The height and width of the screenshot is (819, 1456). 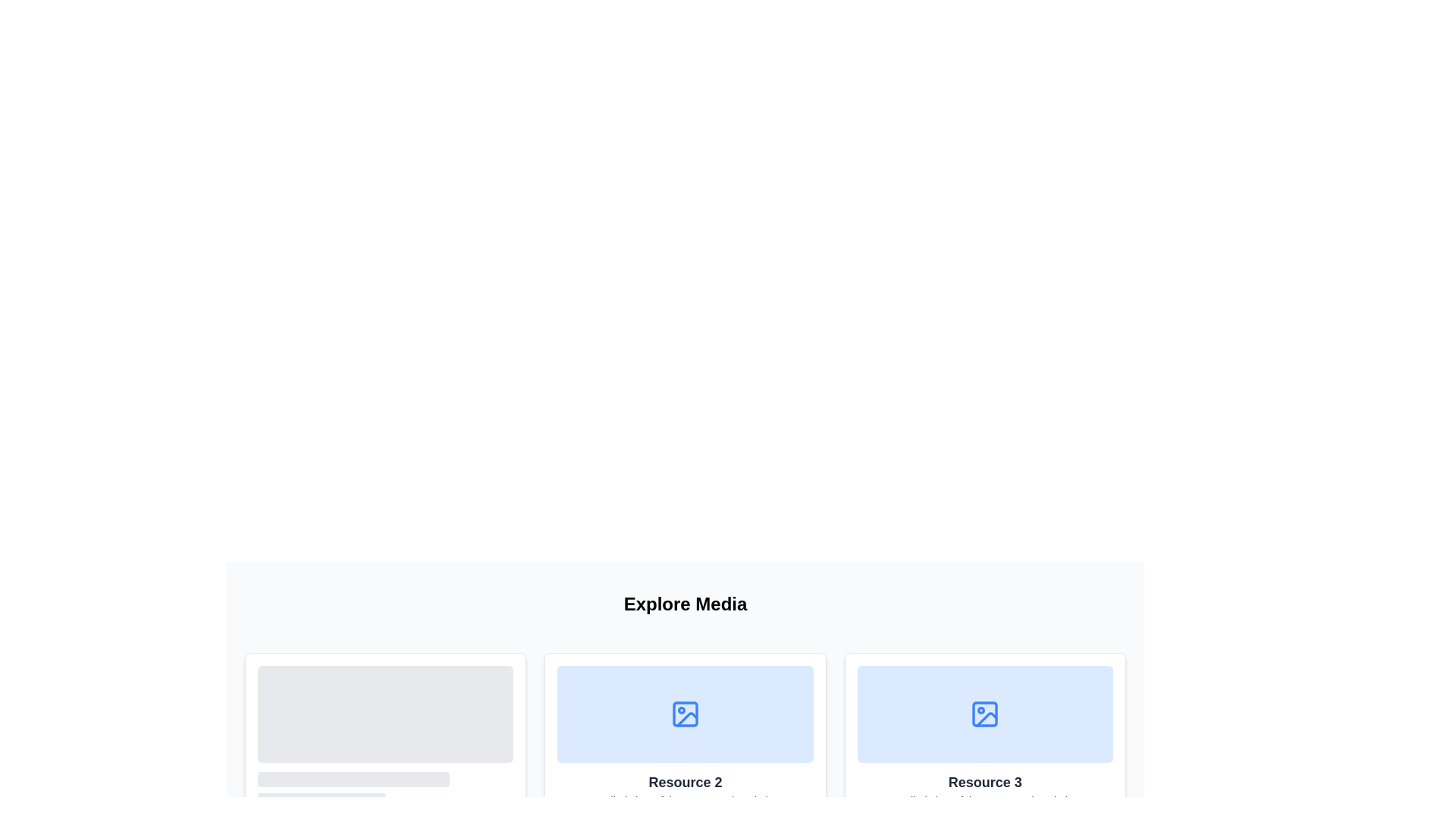 I want to click on the bold text label displaying 'Resource 2', which is styled with a larger font size and dark gray color, positioned below a blue-shaded box in the resource card layout, so click(x=684, y=783).